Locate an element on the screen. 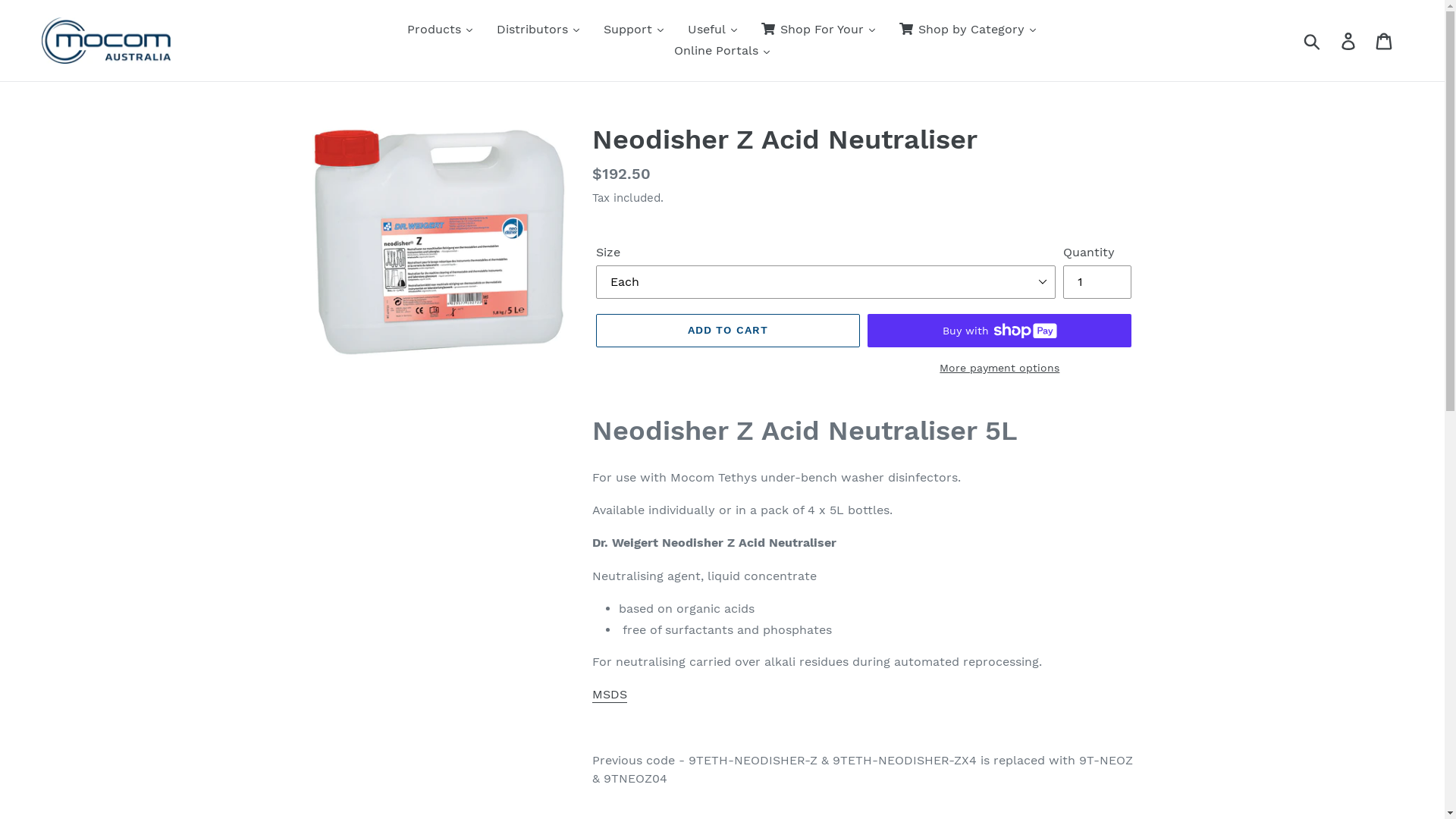  'Submit' is located at coordinates (1312, 39).